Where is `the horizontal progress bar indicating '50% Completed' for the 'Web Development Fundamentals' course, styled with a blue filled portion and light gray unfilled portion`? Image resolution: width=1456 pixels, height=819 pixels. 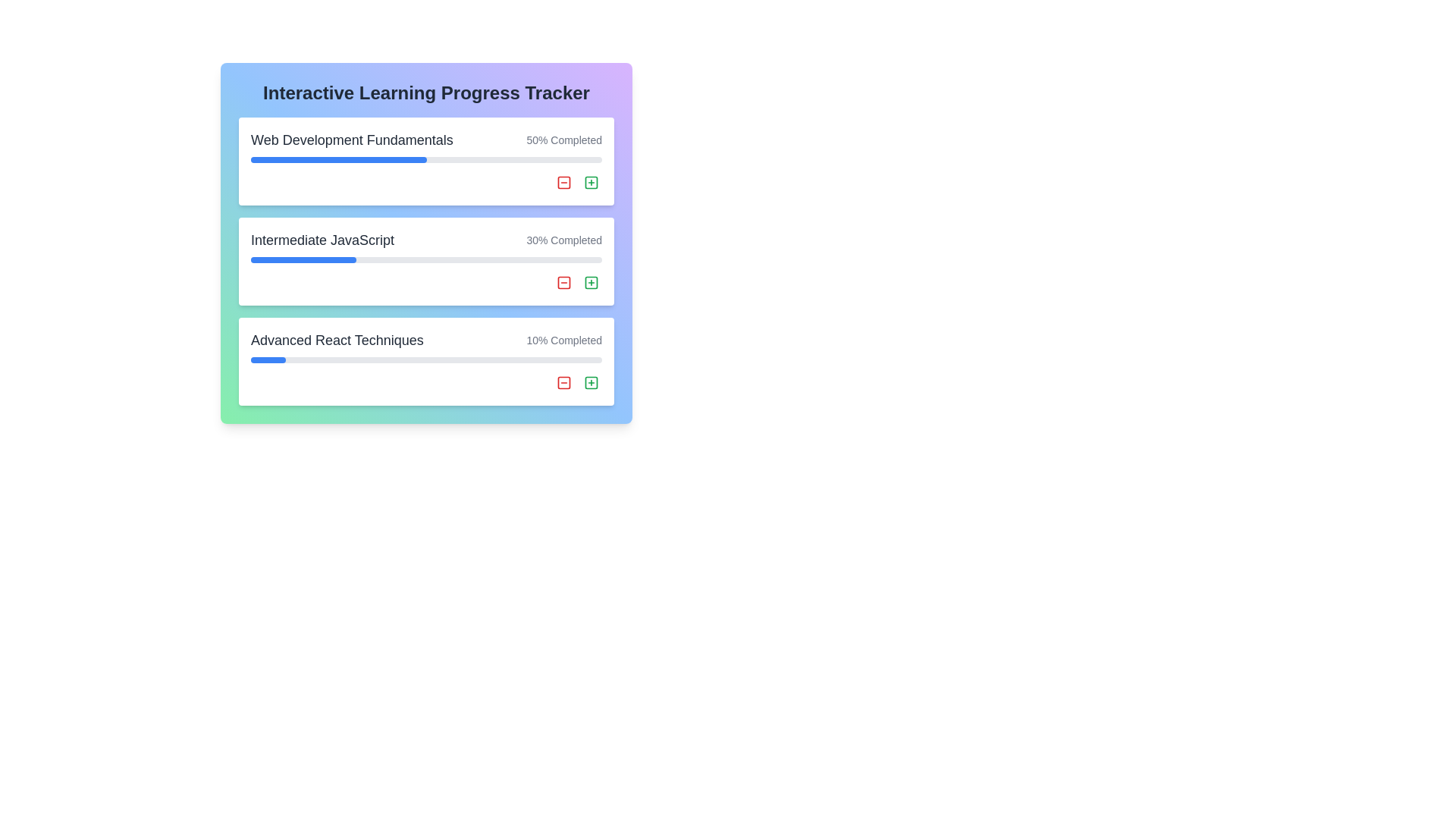 the horizontal progress bar indicating '50% Completed' for the 'Web Development Fundamentals' course, styled with a blue filled portion and light gray unfilled portion is located at coordinates (425, 160).